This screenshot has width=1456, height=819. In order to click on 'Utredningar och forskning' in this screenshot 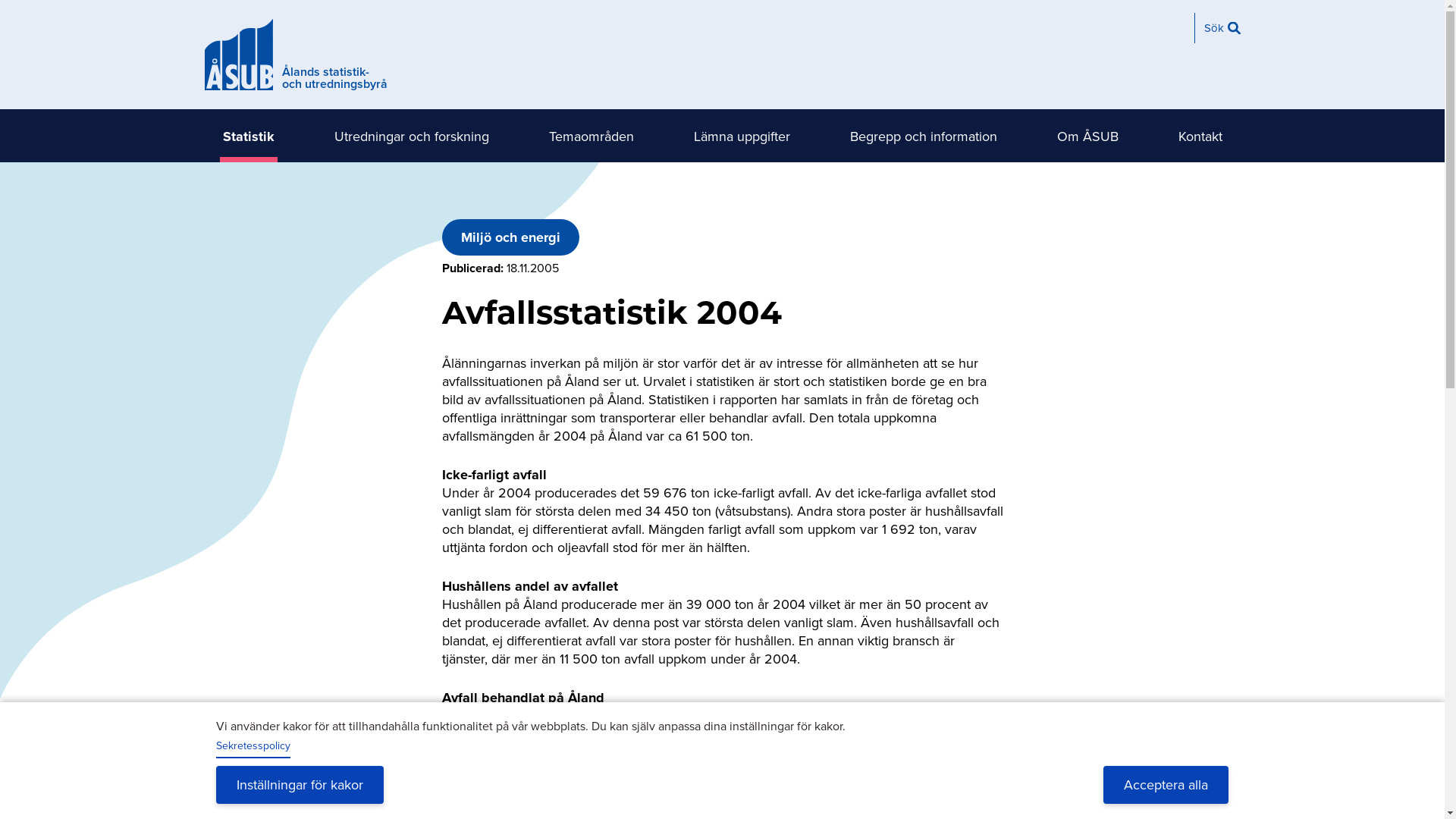, I will do `click(411, 134)`.